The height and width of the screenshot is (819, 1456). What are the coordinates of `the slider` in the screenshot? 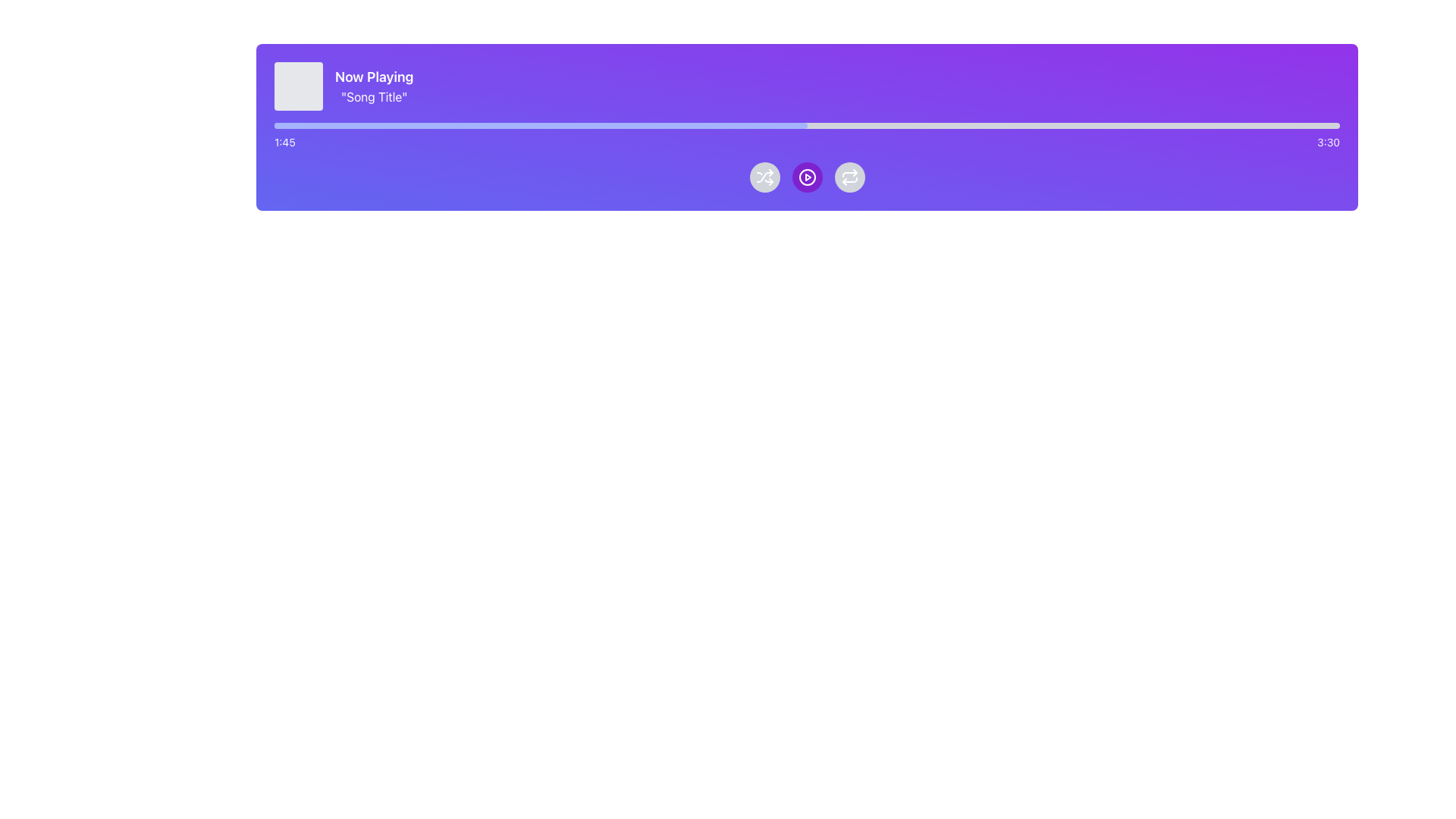 It's located at (533, 124).